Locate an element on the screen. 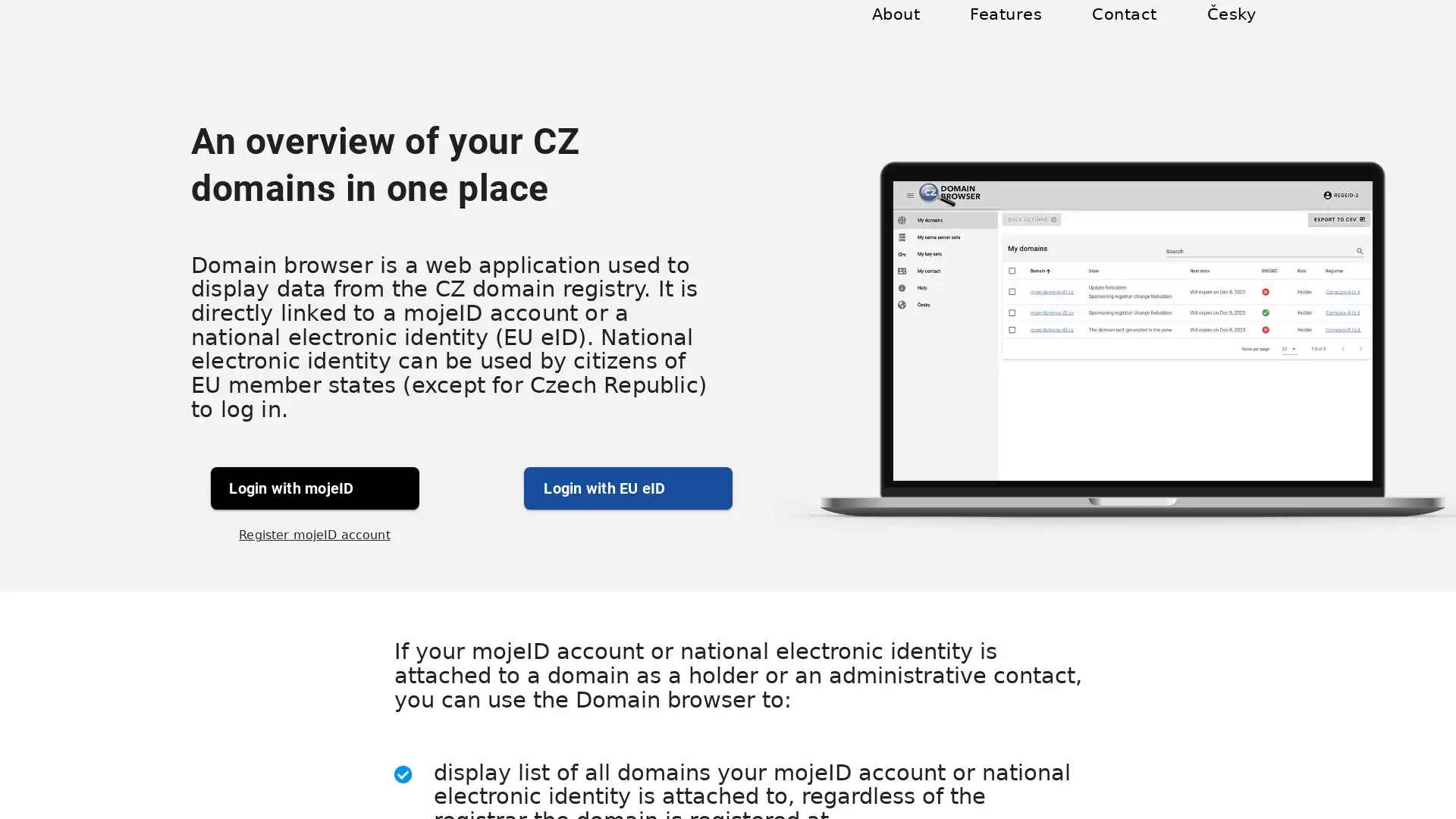  About is located at coordinates (912, 32).